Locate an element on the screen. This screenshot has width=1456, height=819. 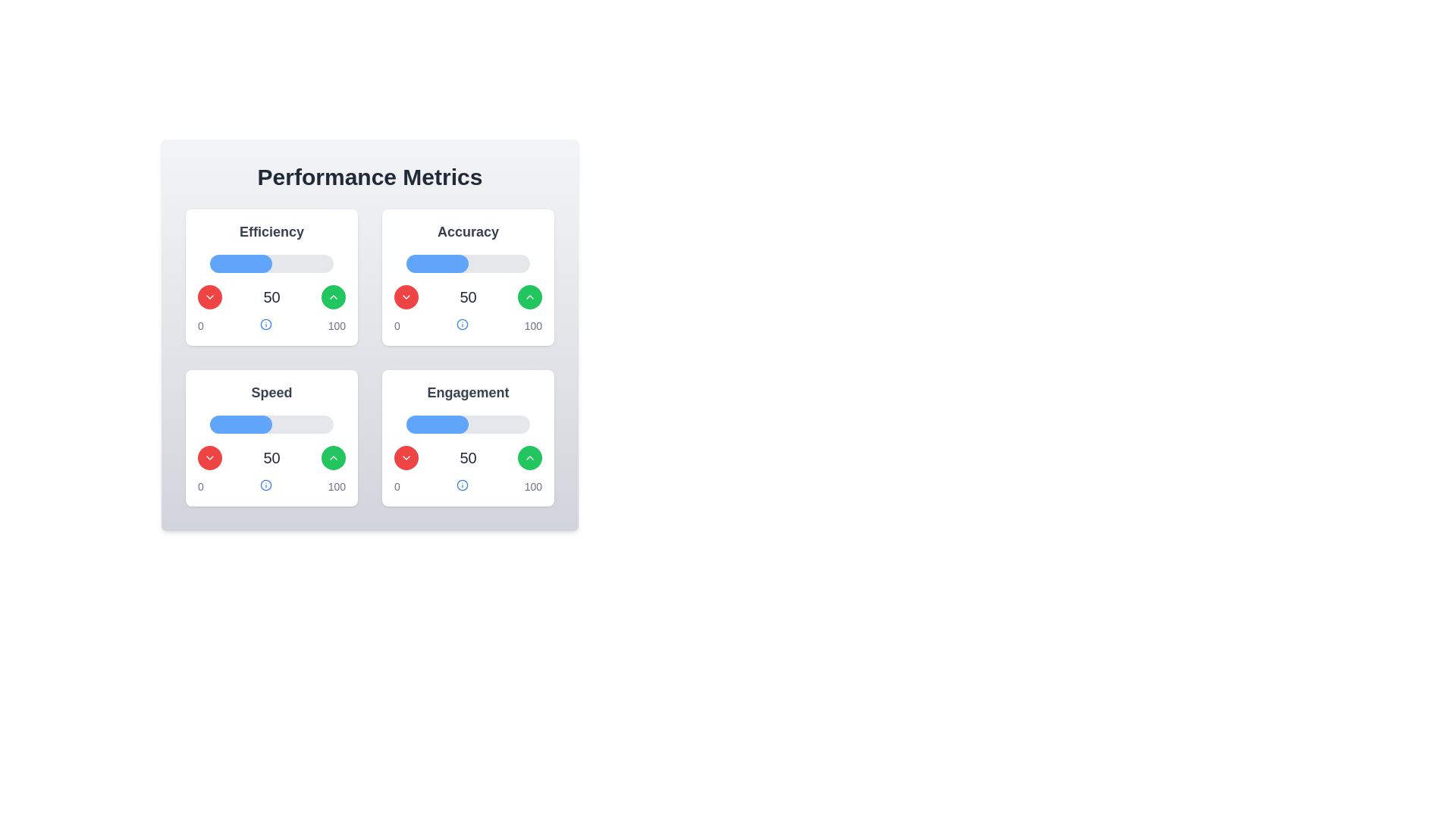
the chevron-up icon button styled with a green circular button in the 'Accuracy' section of the 'Performance Metrics' grid layout to increase the accuracy value is located at coordinates (333, 297).